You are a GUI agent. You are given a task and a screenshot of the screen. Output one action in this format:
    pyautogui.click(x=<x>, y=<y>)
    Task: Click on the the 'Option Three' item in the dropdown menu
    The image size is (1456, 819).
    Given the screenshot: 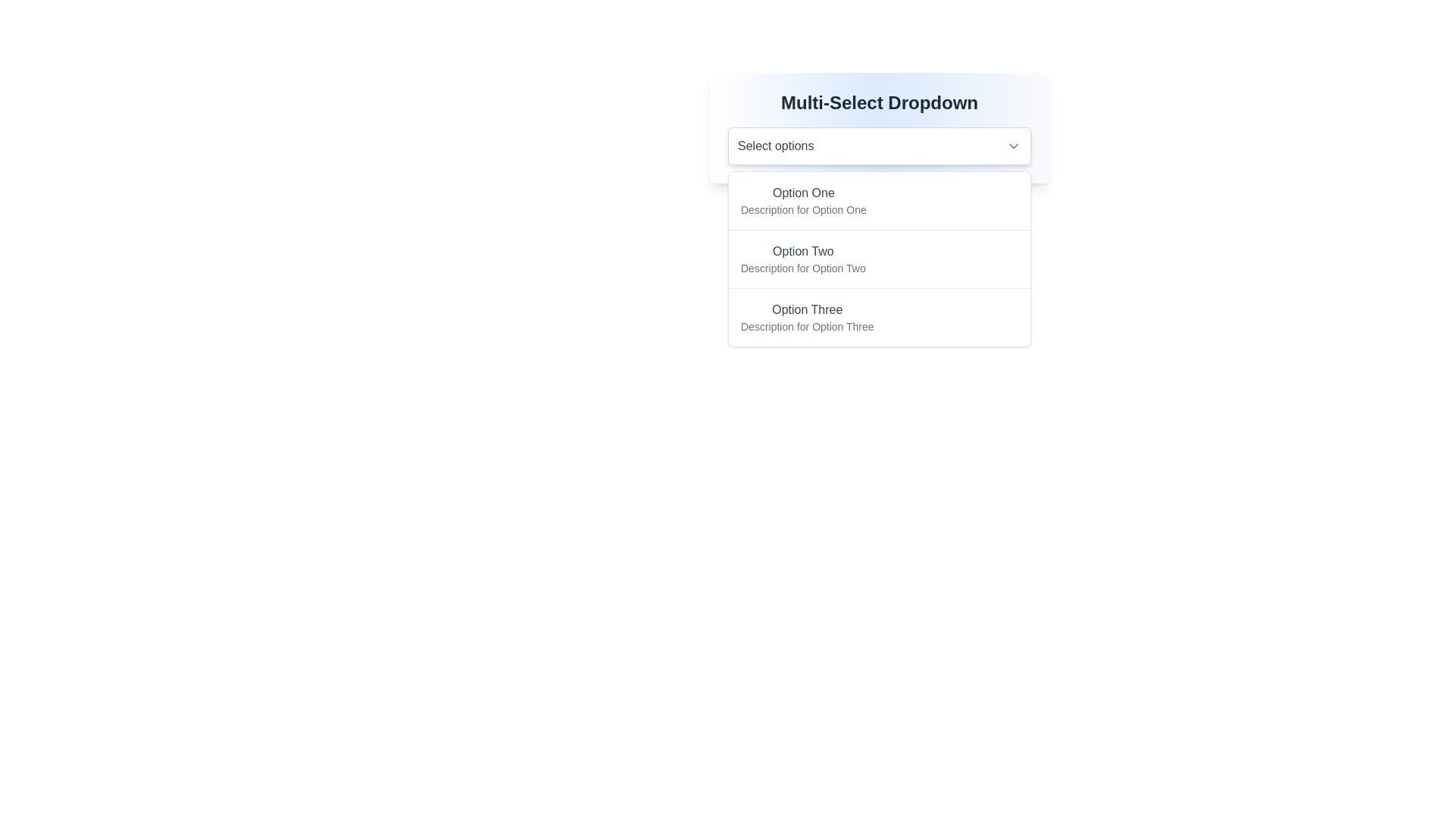 What is the action you would take?
    pyautogui.click(x=880, y=315)
    